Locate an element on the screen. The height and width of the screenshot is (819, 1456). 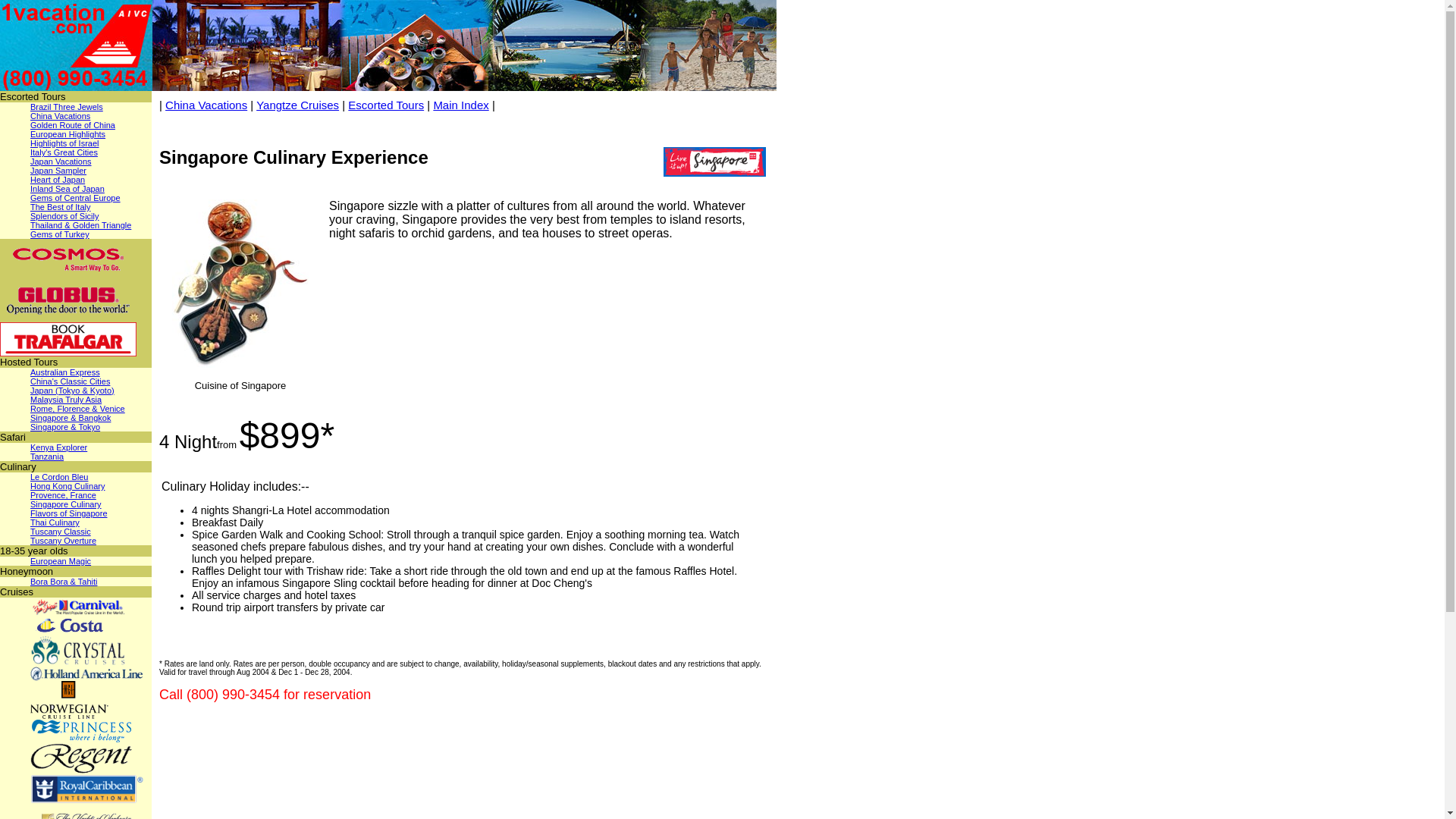
'European Magic' is located at coordinates (30, 561).